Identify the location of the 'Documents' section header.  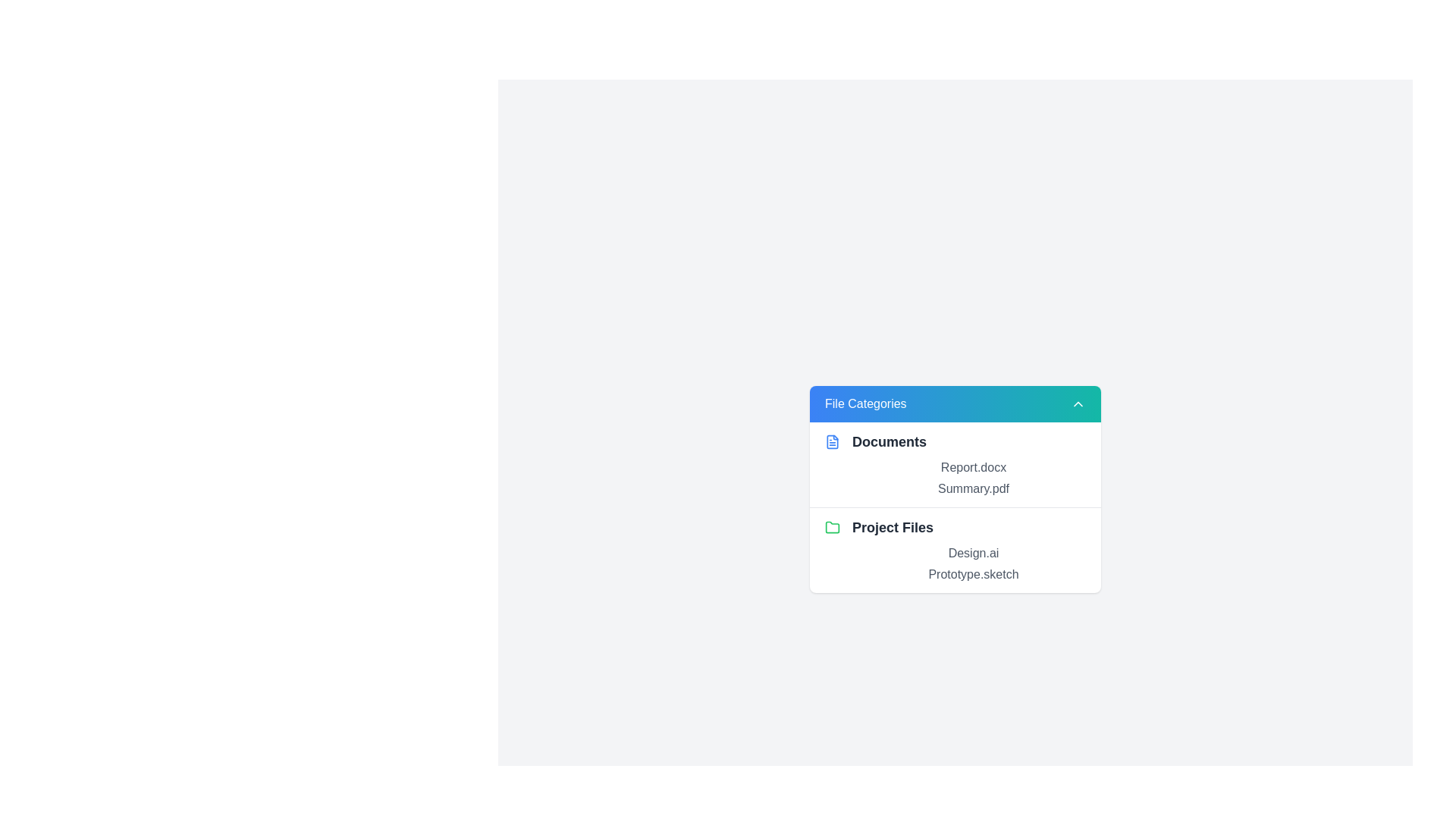
(954, 463).